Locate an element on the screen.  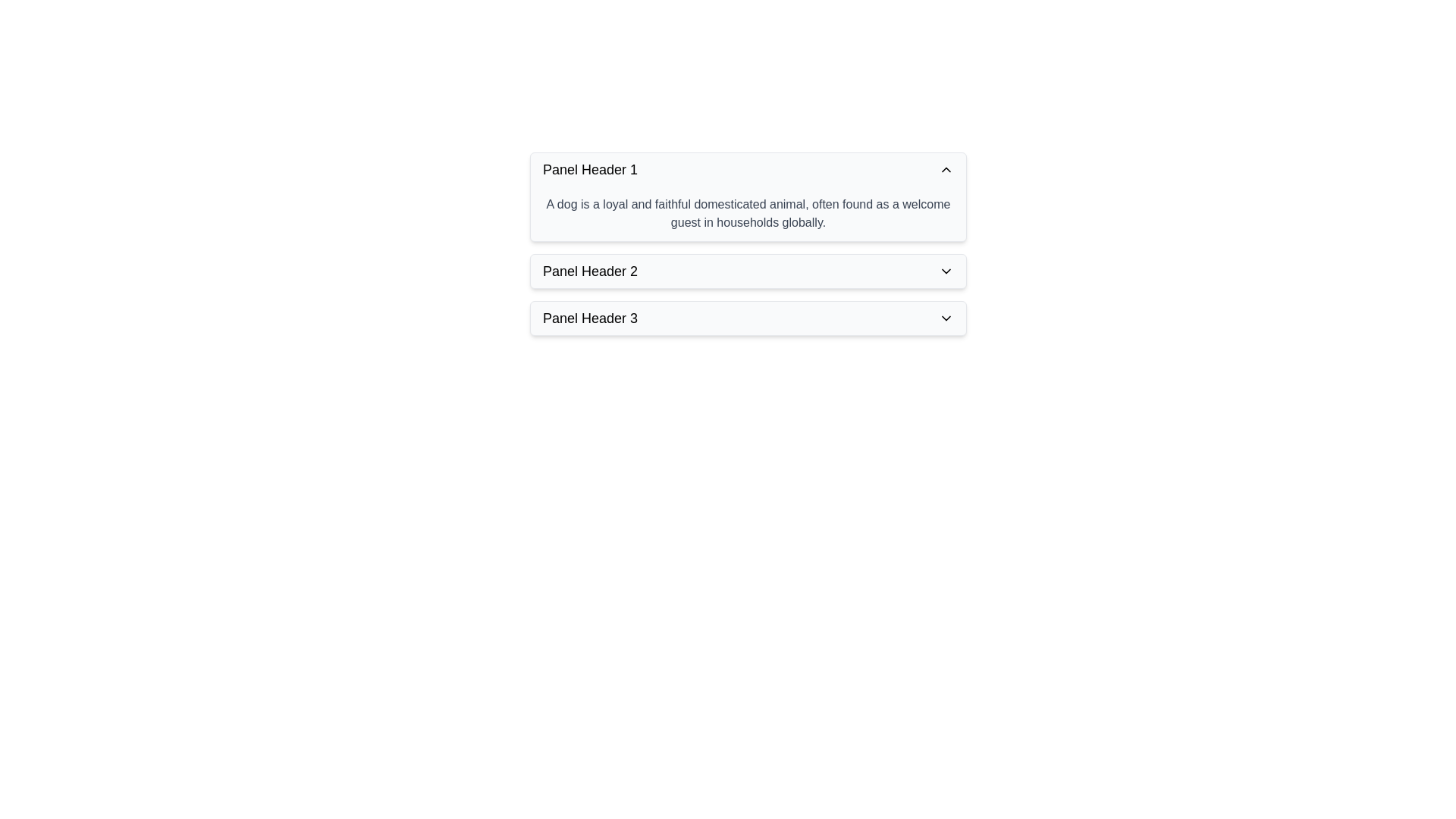
the downward-pointing chevron icon indicating toggle located at the right end of 'Panel Header 2' is located at coordinates (946, 271).